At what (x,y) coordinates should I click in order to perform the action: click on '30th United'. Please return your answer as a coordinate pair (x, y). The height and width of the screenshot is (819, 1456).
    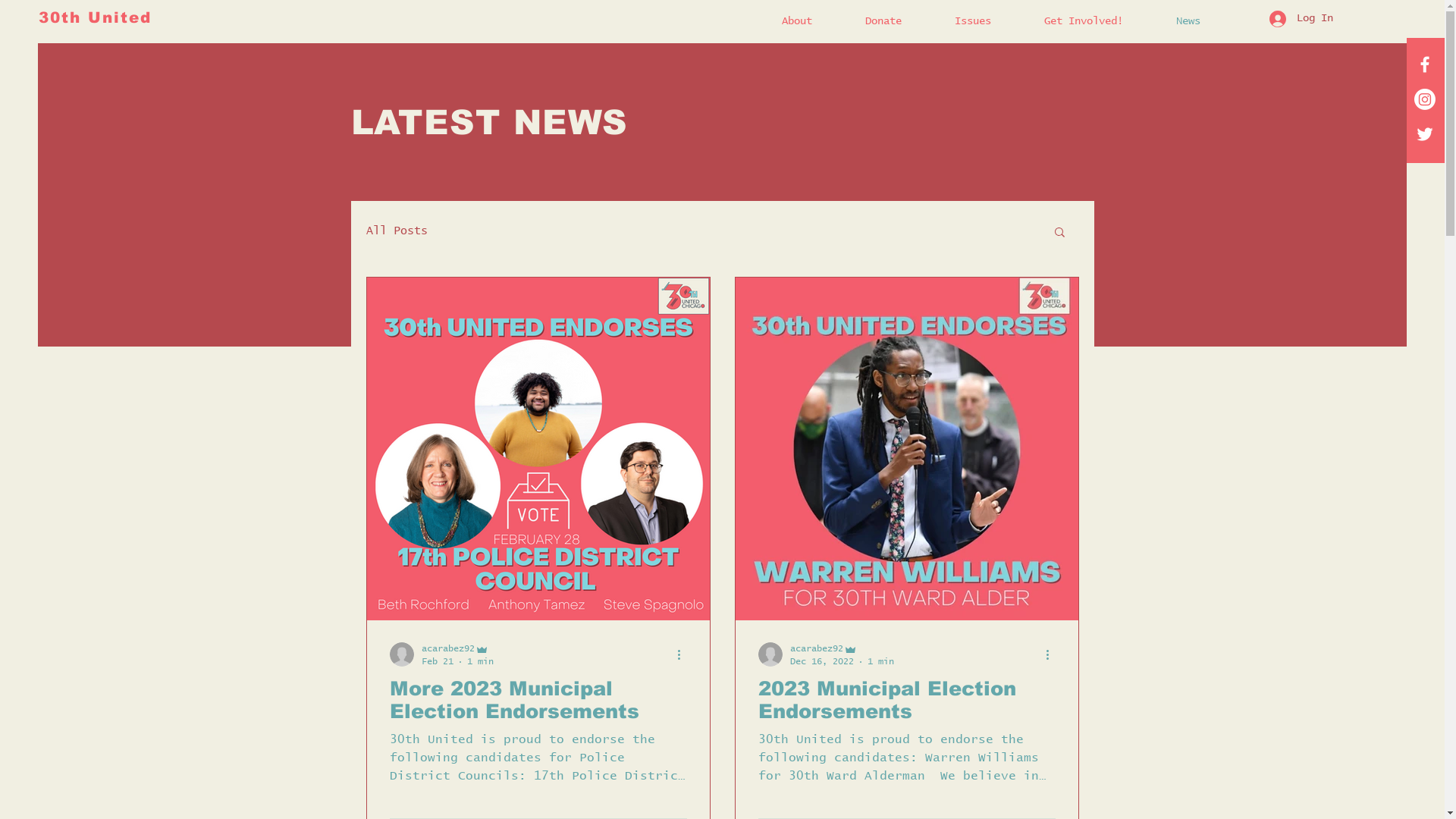
    Looking at the image, I should click on (94, 17).